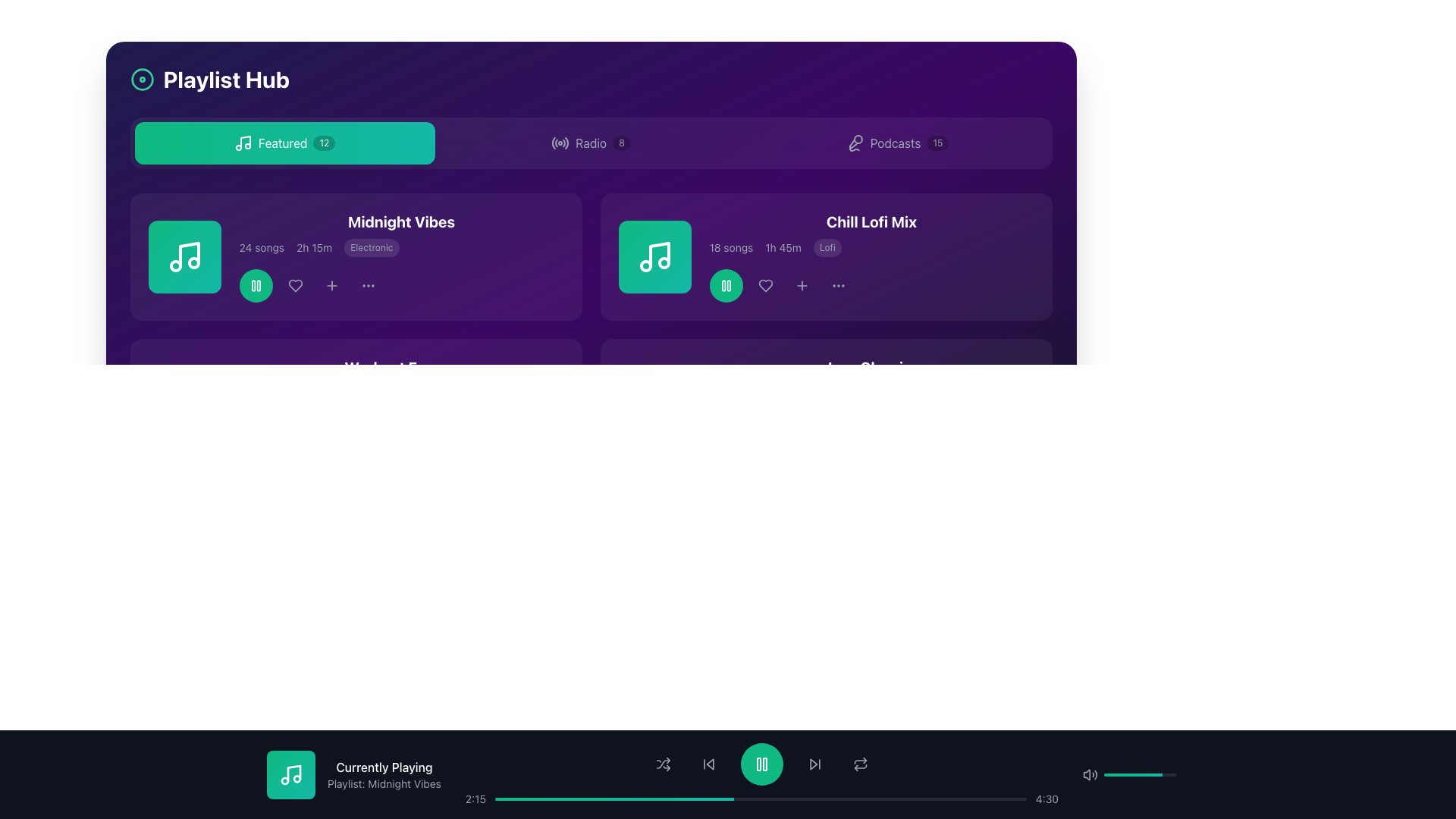  What do you see at coordinates (175, 412) in the screenshot?
I see `the leftmost circular decorative graphic element of the musical note symbol, which is part of the visual representation in the 'Currently Playing' section of the bottom bar` at bounding box center [175, 412].